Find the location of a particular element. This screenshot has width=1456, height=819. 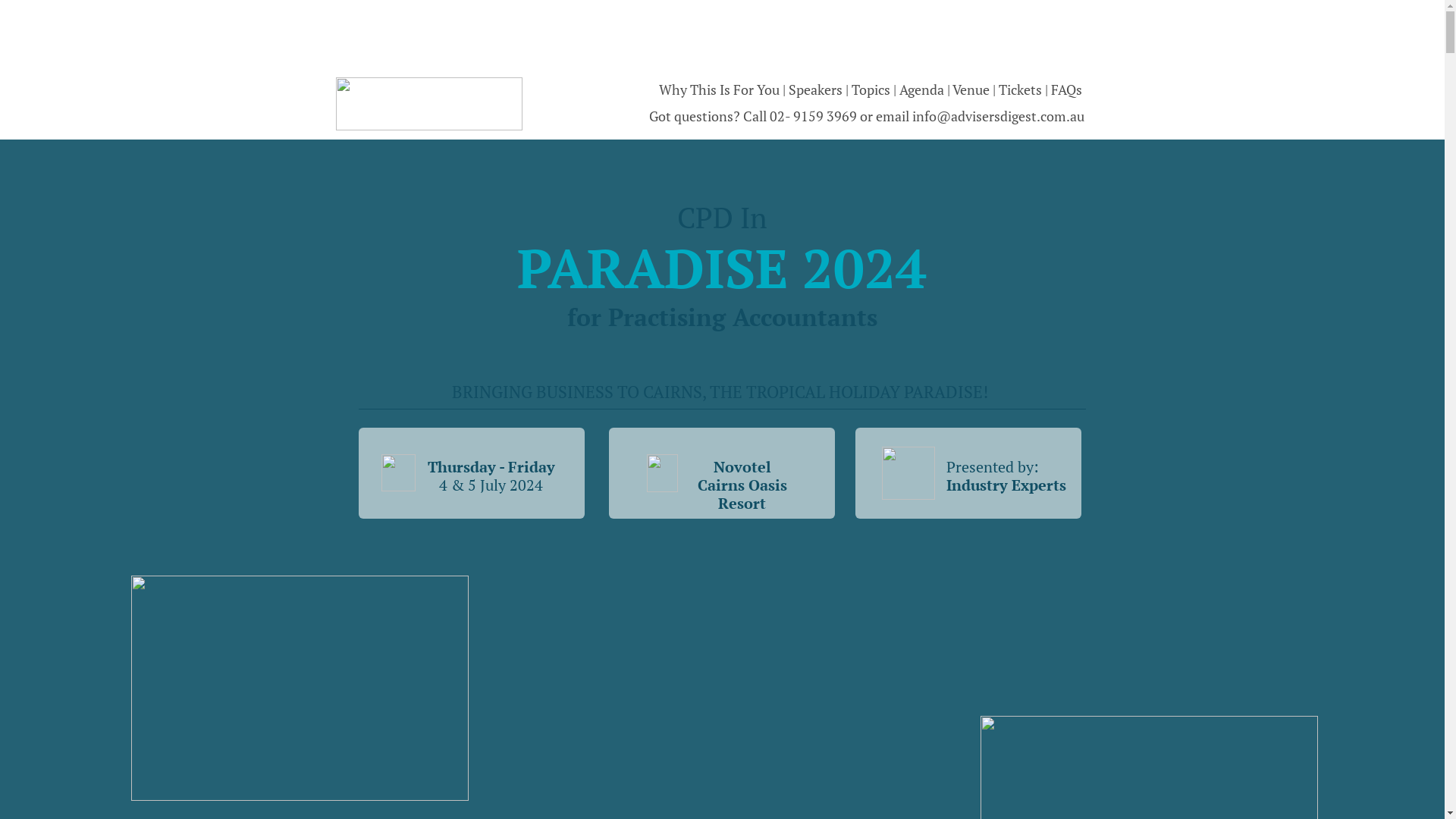

'Topics' is located at coordinates (871, 89).